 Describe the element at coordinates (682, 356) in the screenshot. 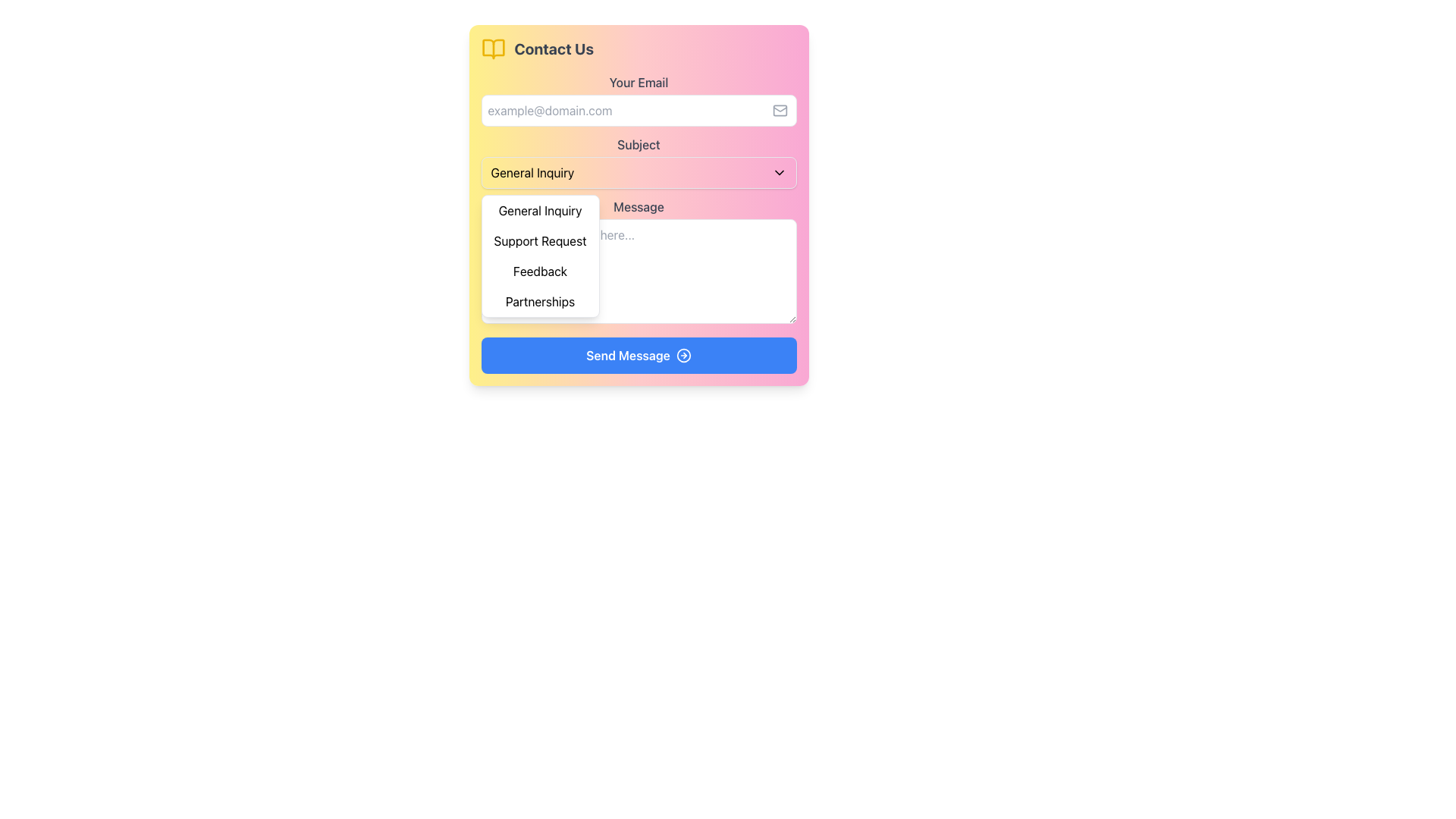

I see `the circular icon with a right-pointing arrow inside, located on the far-right side of the 'Send Message' button in the lower section of the contact form` at that location.